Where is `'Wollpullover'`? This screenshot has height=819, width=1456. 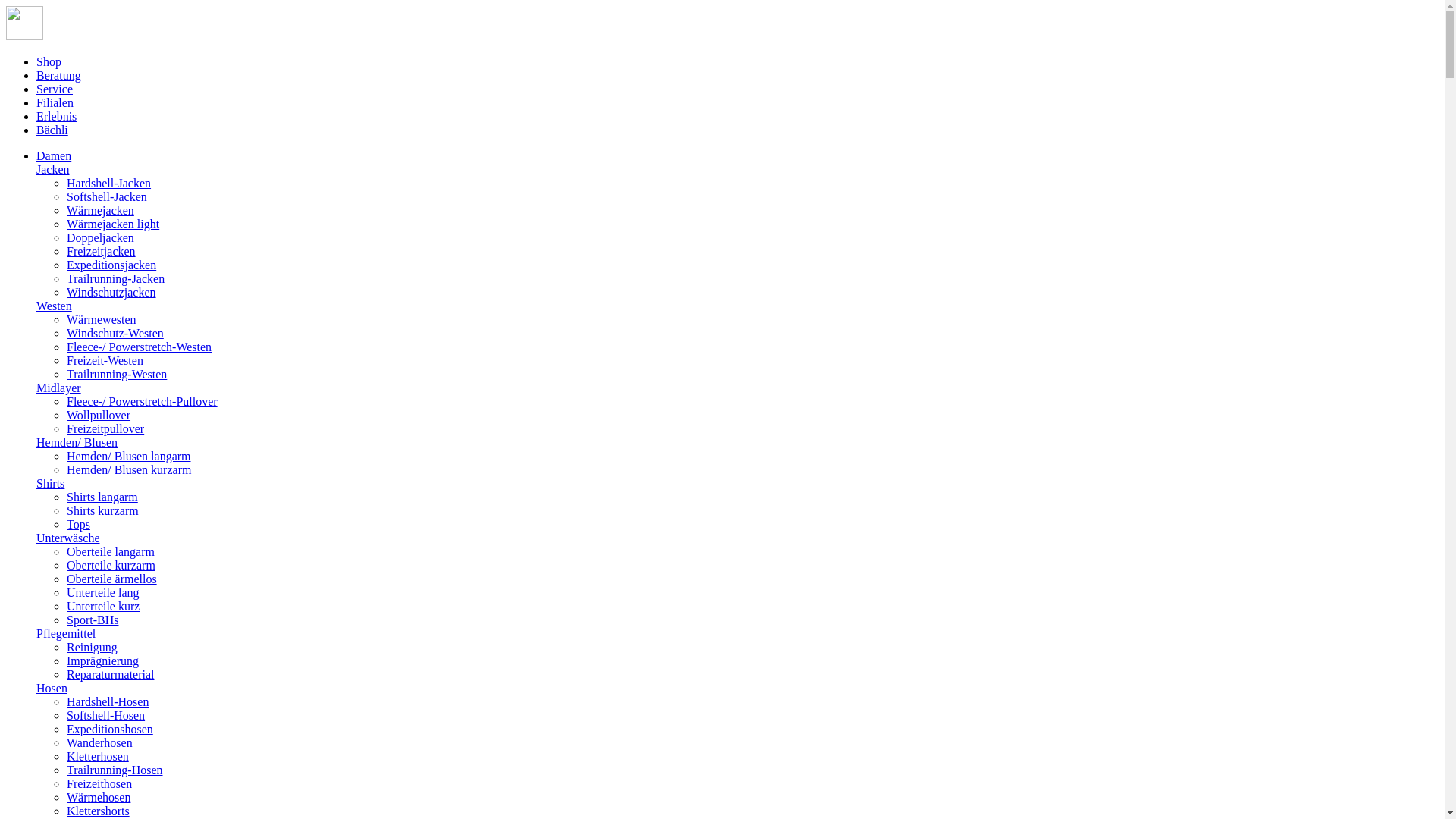 'Wollpullover' is located at coordinates (97, 415).